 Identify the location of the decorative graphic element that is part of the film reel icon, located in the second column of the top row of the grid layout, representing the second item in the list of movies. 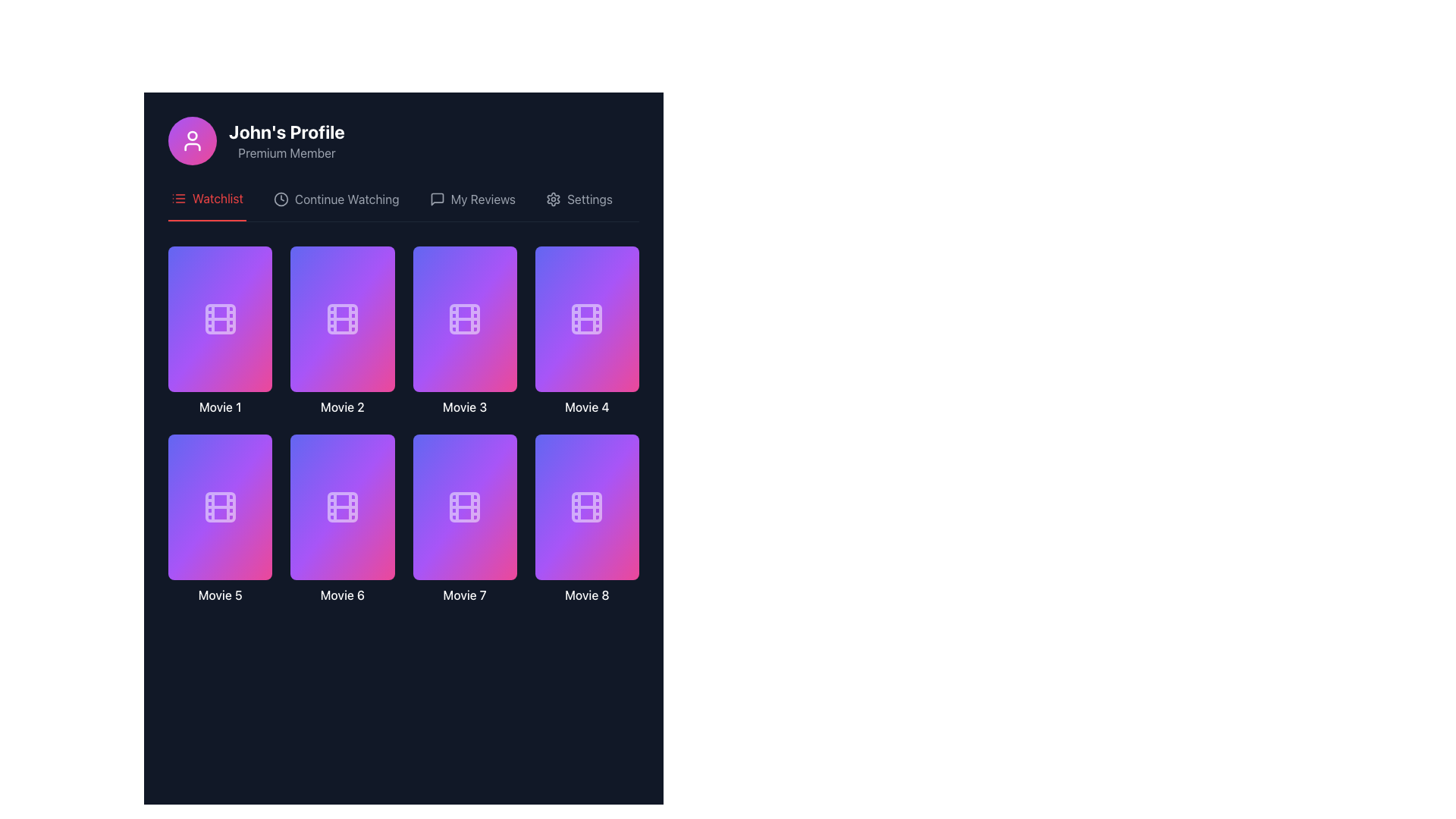
(341, 318).